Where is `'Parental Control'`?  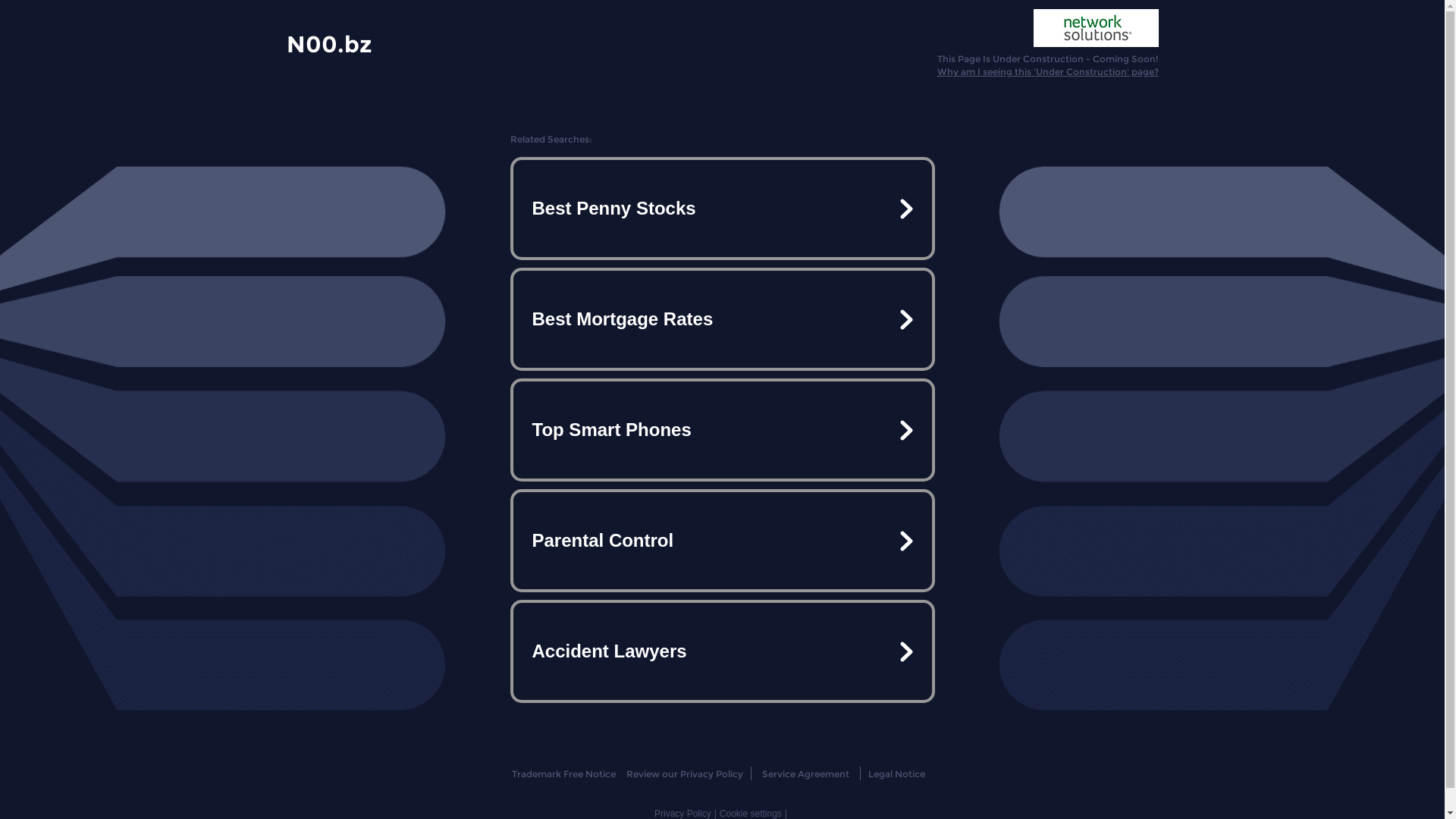
'Parental Control' is located at coordinates (720, 540).